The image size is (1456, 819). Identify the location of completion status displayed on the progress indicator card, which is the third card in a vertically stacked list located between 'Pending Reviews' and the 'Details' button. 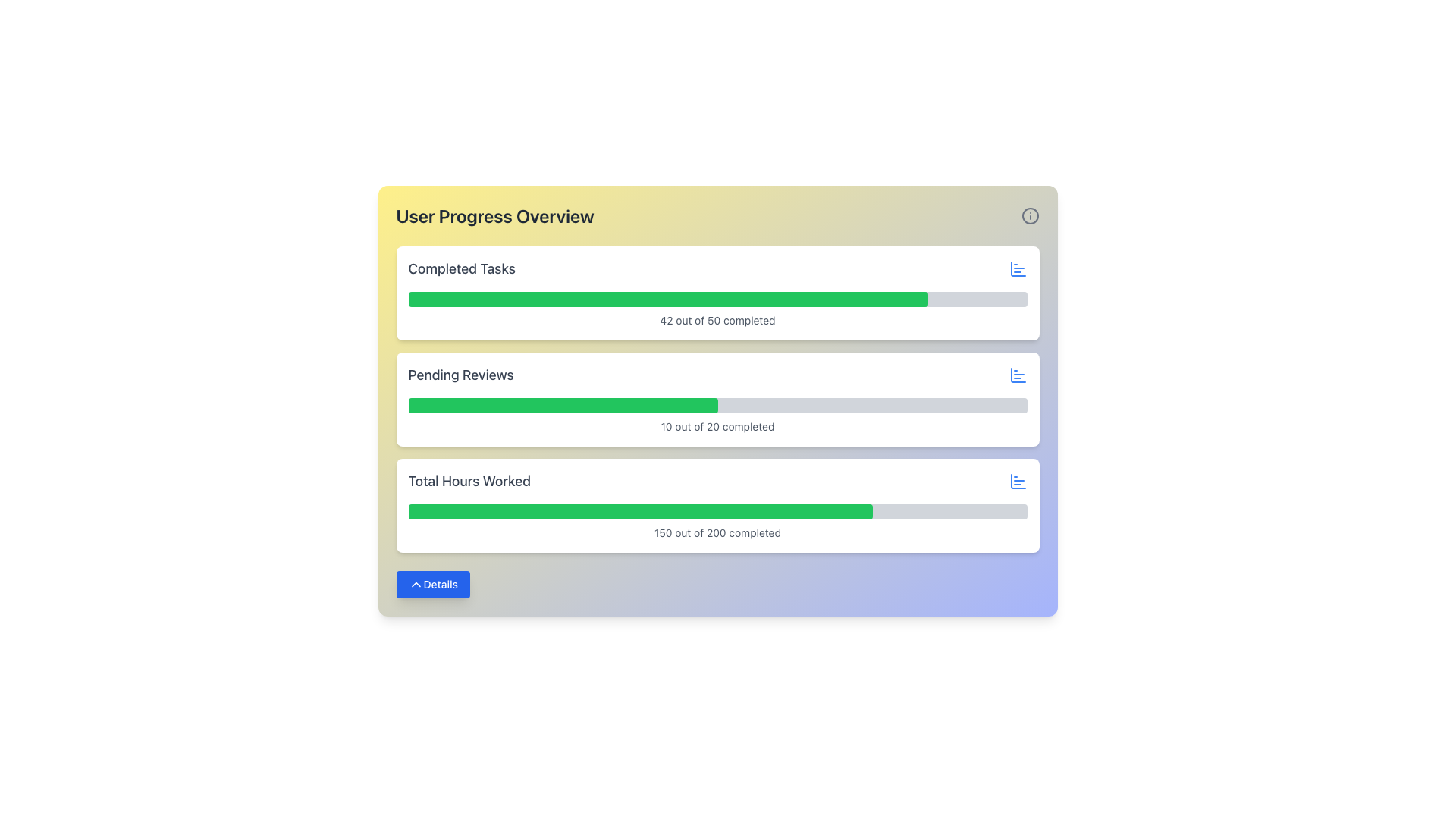
(717, 506).